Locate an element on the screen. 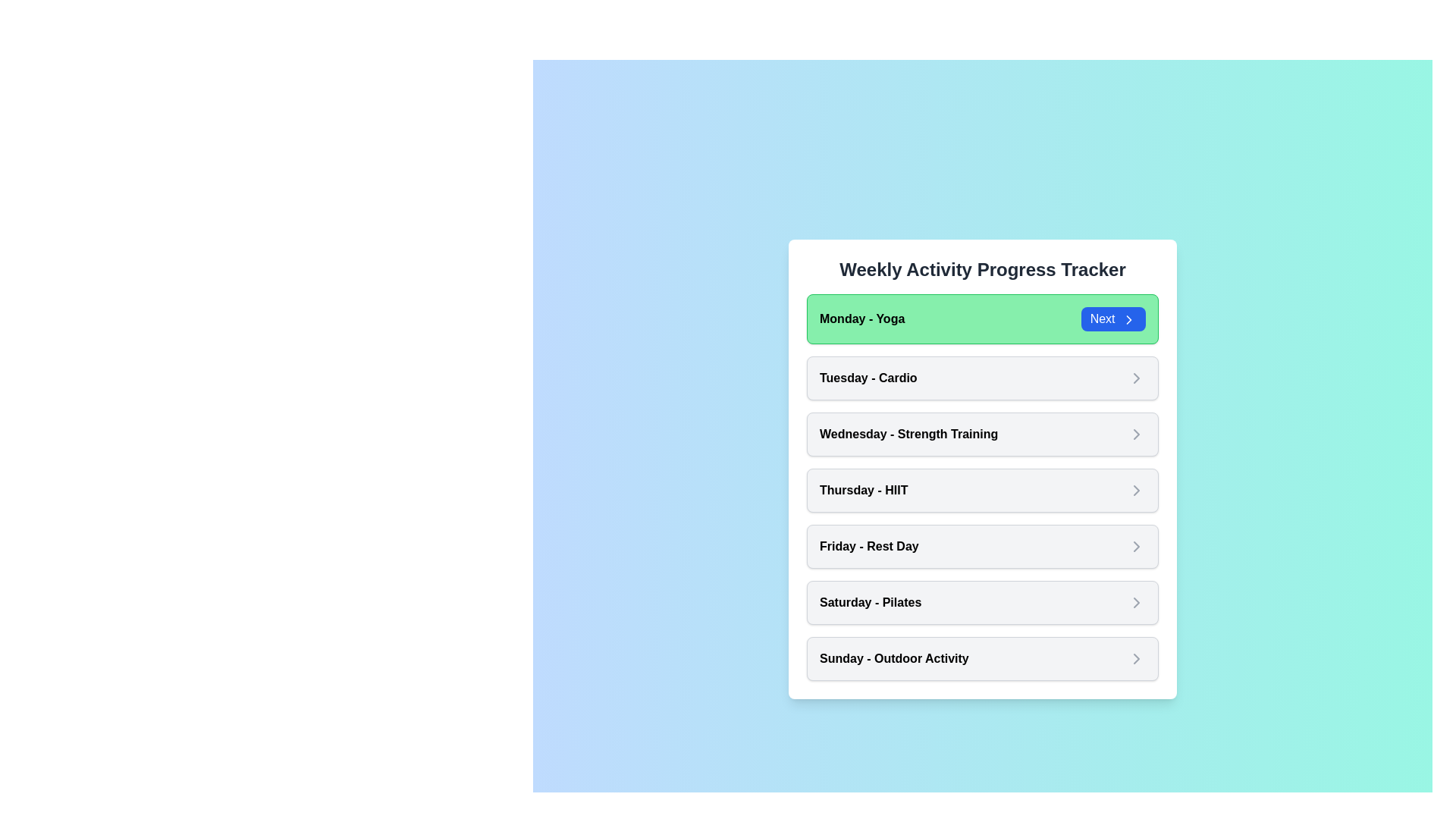  the chevron icon by clicking the 'Next' button that contains it, located on the right-hand side of the 'Weekly Activity Progress Tracker' panel is located at coordinates (1128, 318).